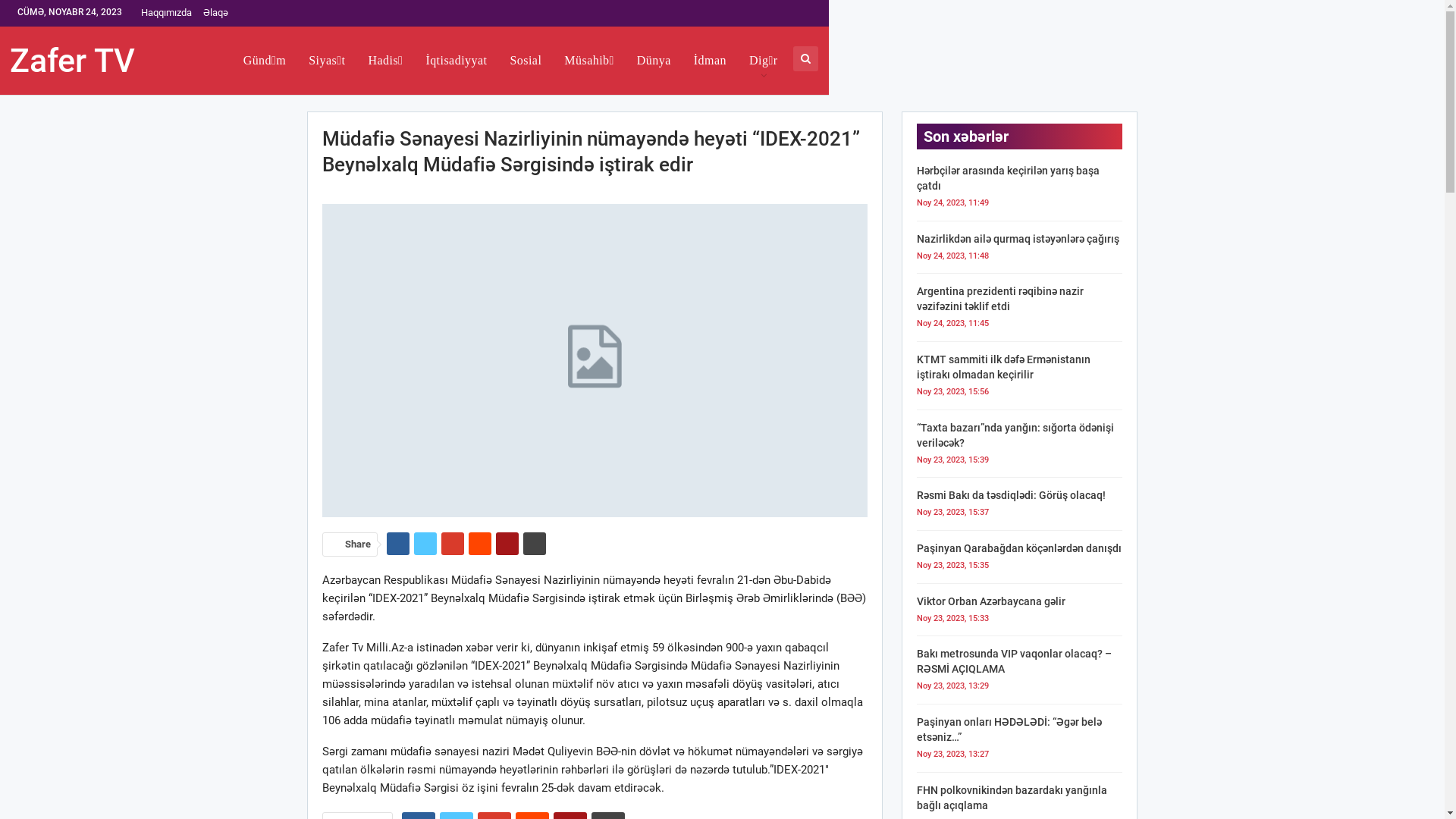  Describe the element at coordinates (525, 60) in the screenshot. I see `'Sosial'` at that location.